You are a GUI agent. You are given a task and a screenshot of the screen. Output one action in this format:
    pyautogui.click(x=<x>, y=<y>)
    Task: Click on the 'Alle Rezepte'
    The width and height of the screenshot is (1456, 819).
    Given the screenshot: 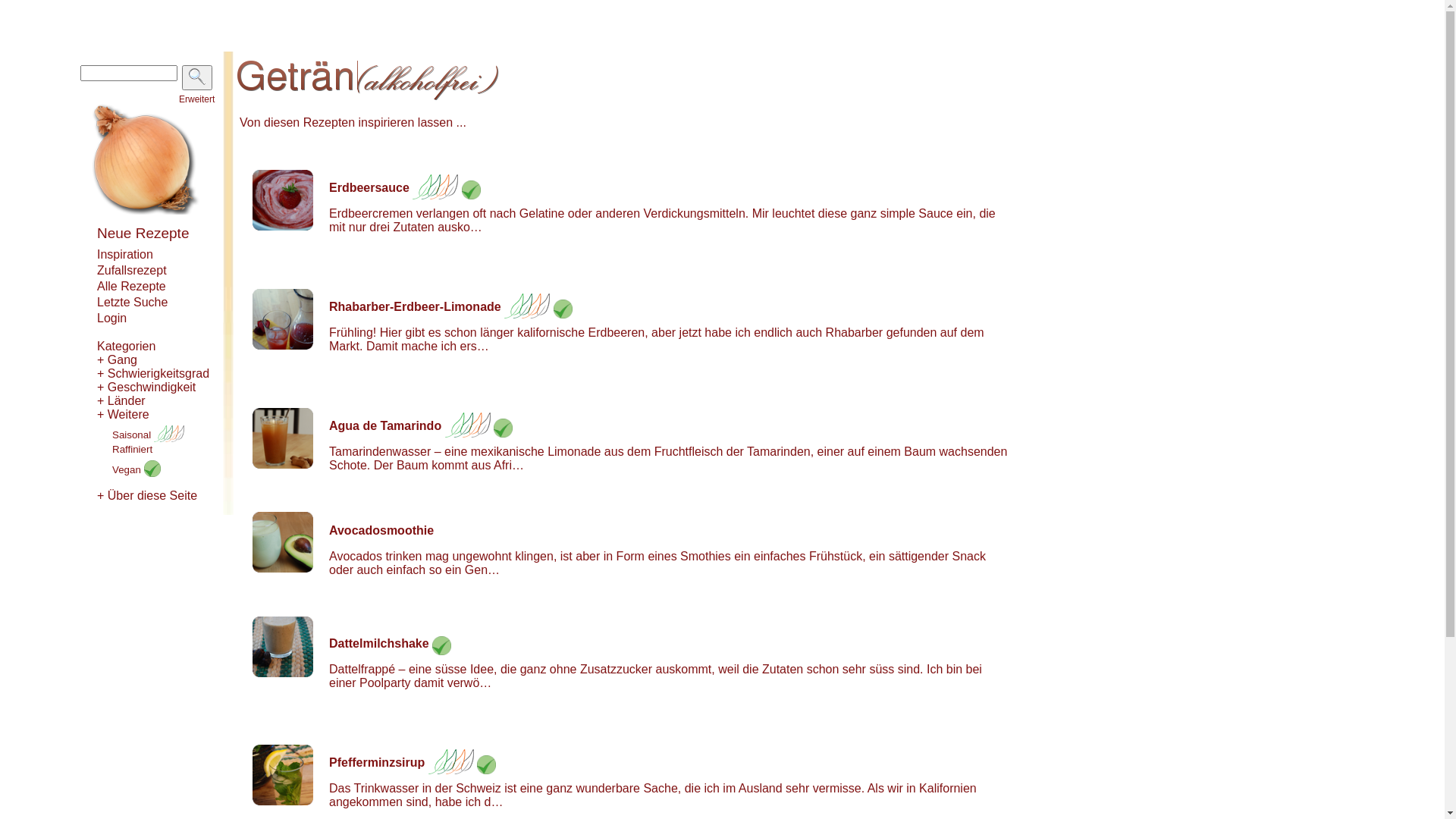 What is the action you would take?
    pyautogui.click(x=131, y=286)
    